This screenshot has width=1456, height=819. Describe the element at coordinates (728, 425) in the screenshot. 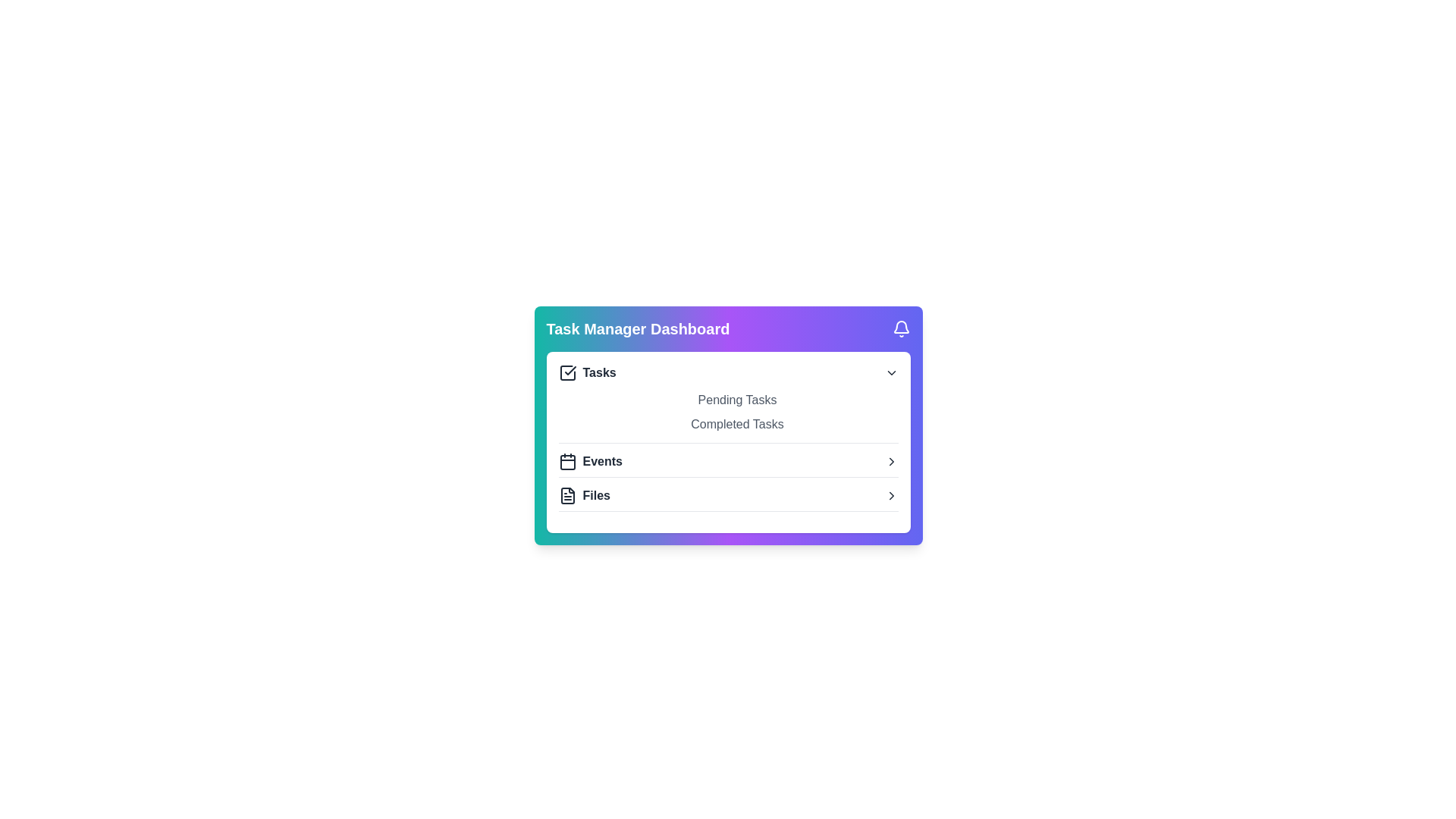

I see `the 'Completed Tasks' section within the task management dashboard` at that location.